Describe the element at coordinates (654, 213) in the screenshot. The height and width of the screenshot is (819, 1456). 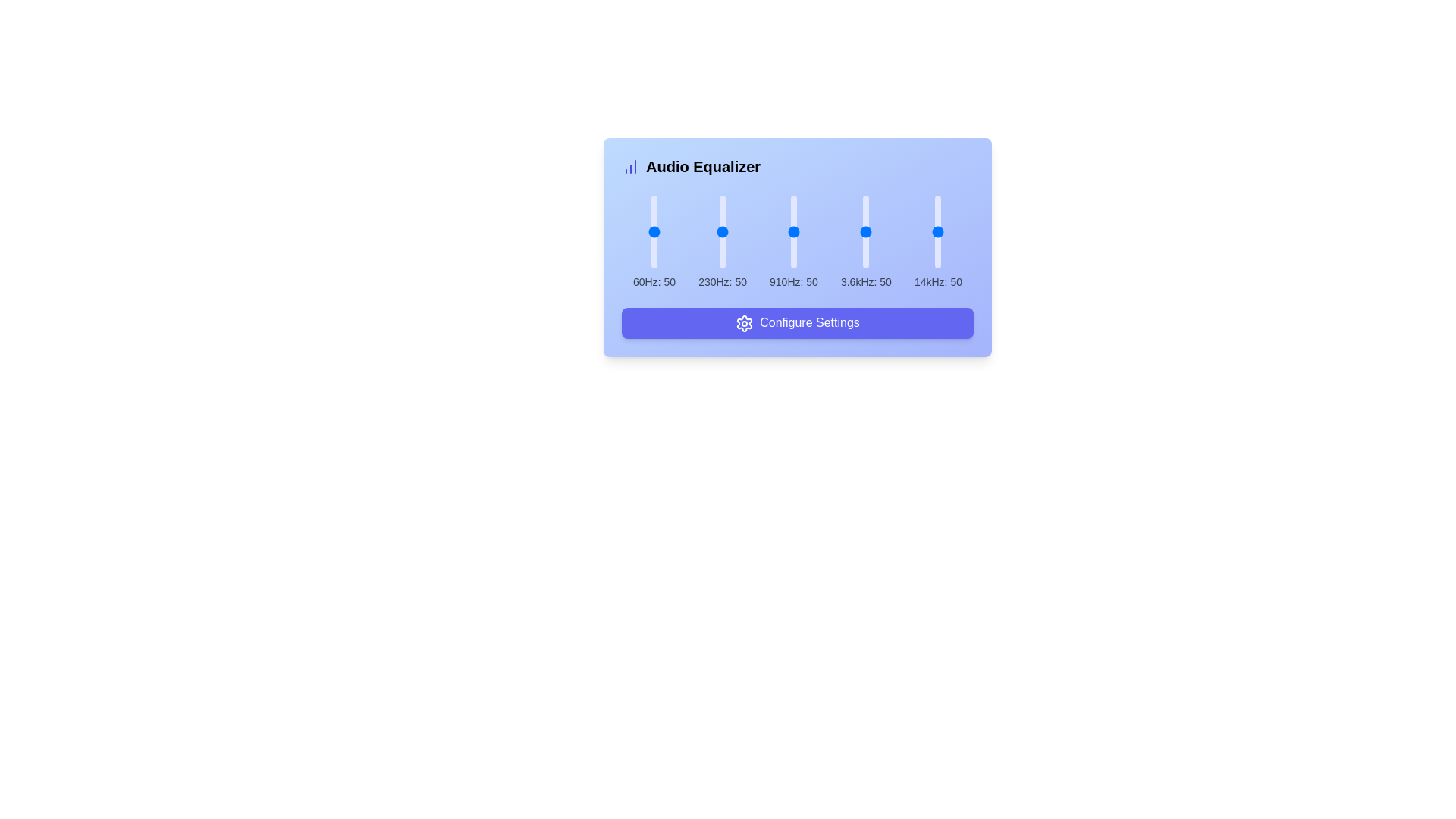
I see `the 60Hz frequency slider` at that location.